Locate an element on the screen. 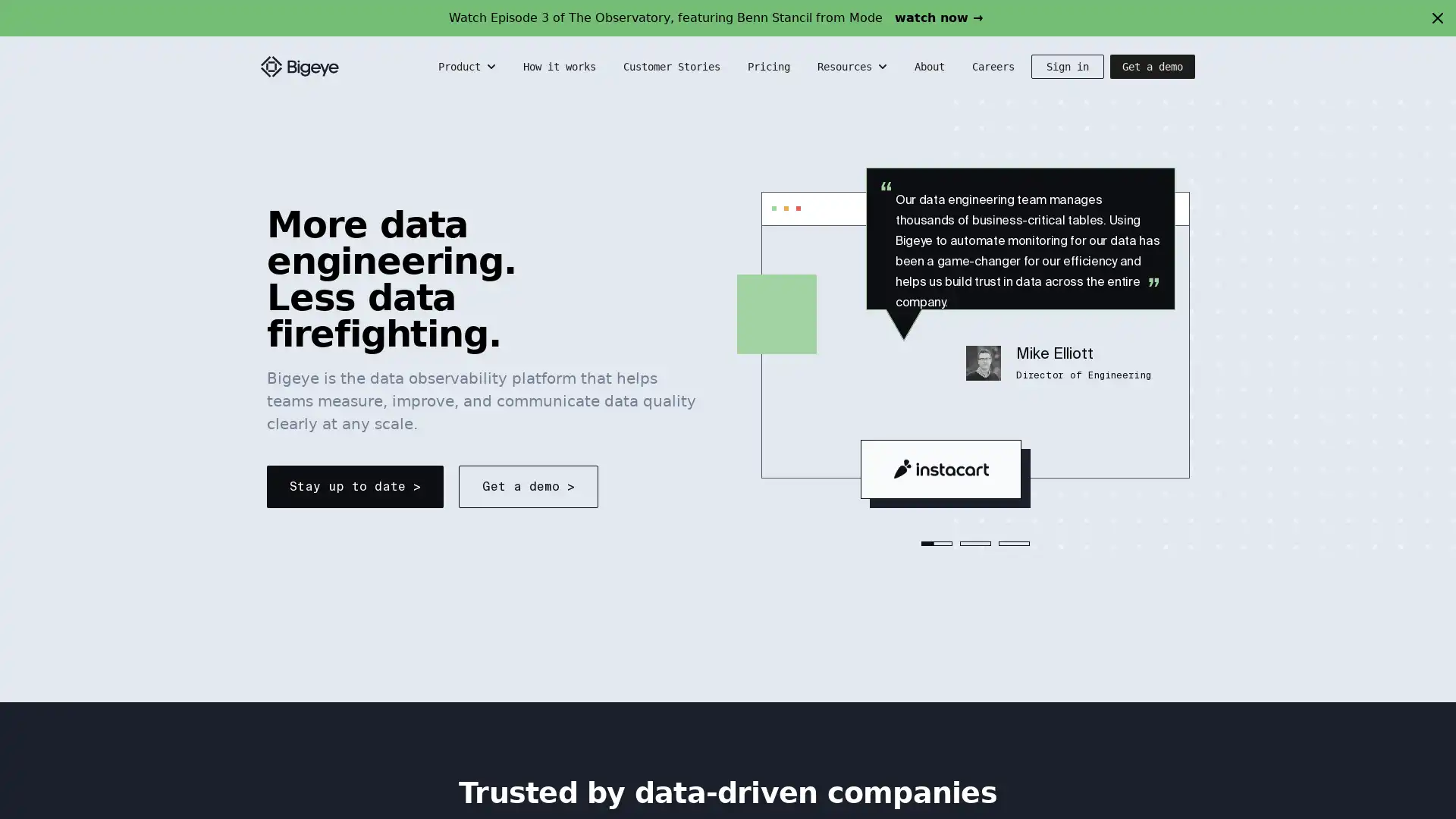  Product is located at coordinates (468, 66).